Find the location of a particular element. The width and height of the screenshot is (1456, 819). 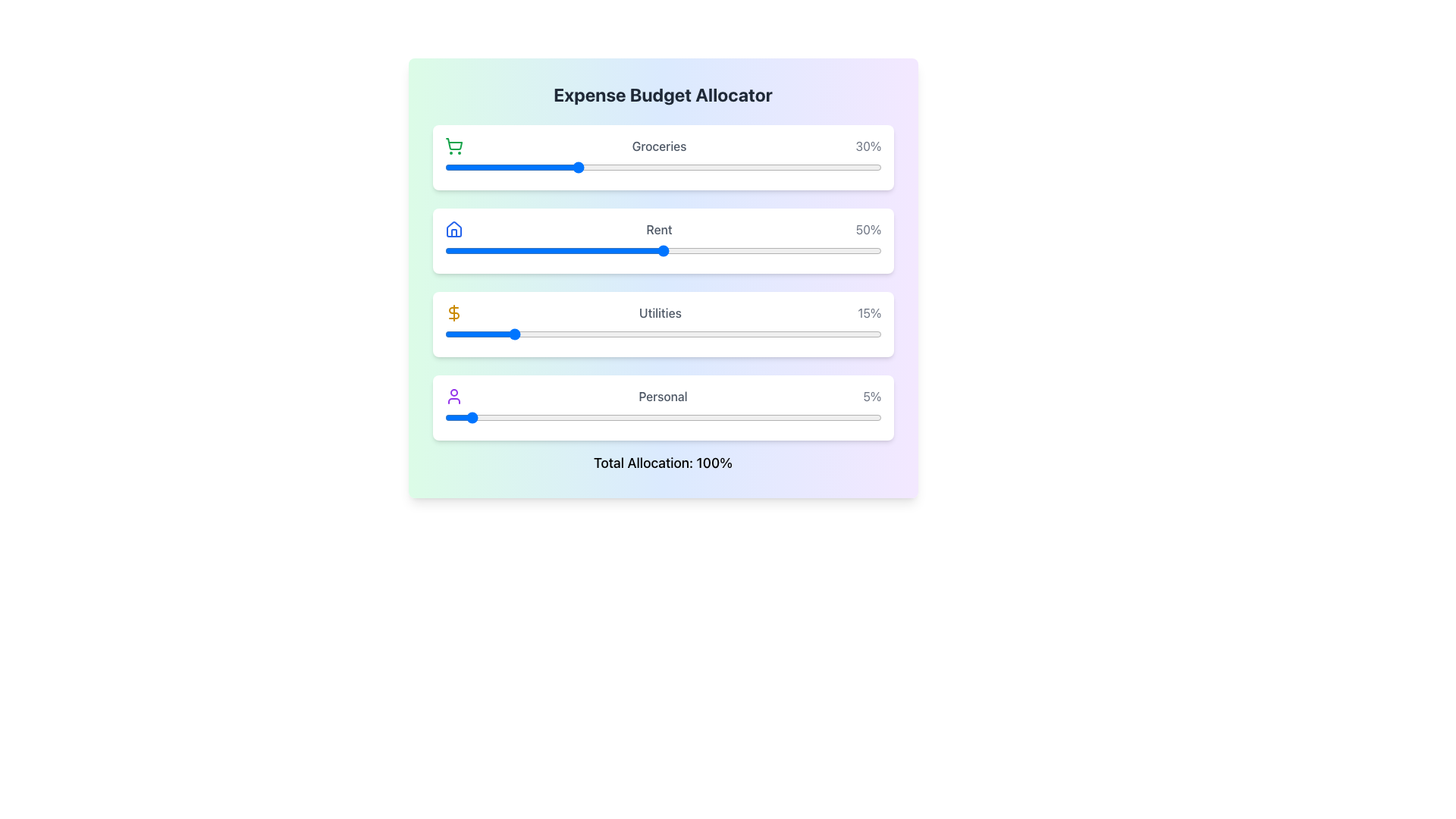

utilities allocation is located at coordinates (562, 333).